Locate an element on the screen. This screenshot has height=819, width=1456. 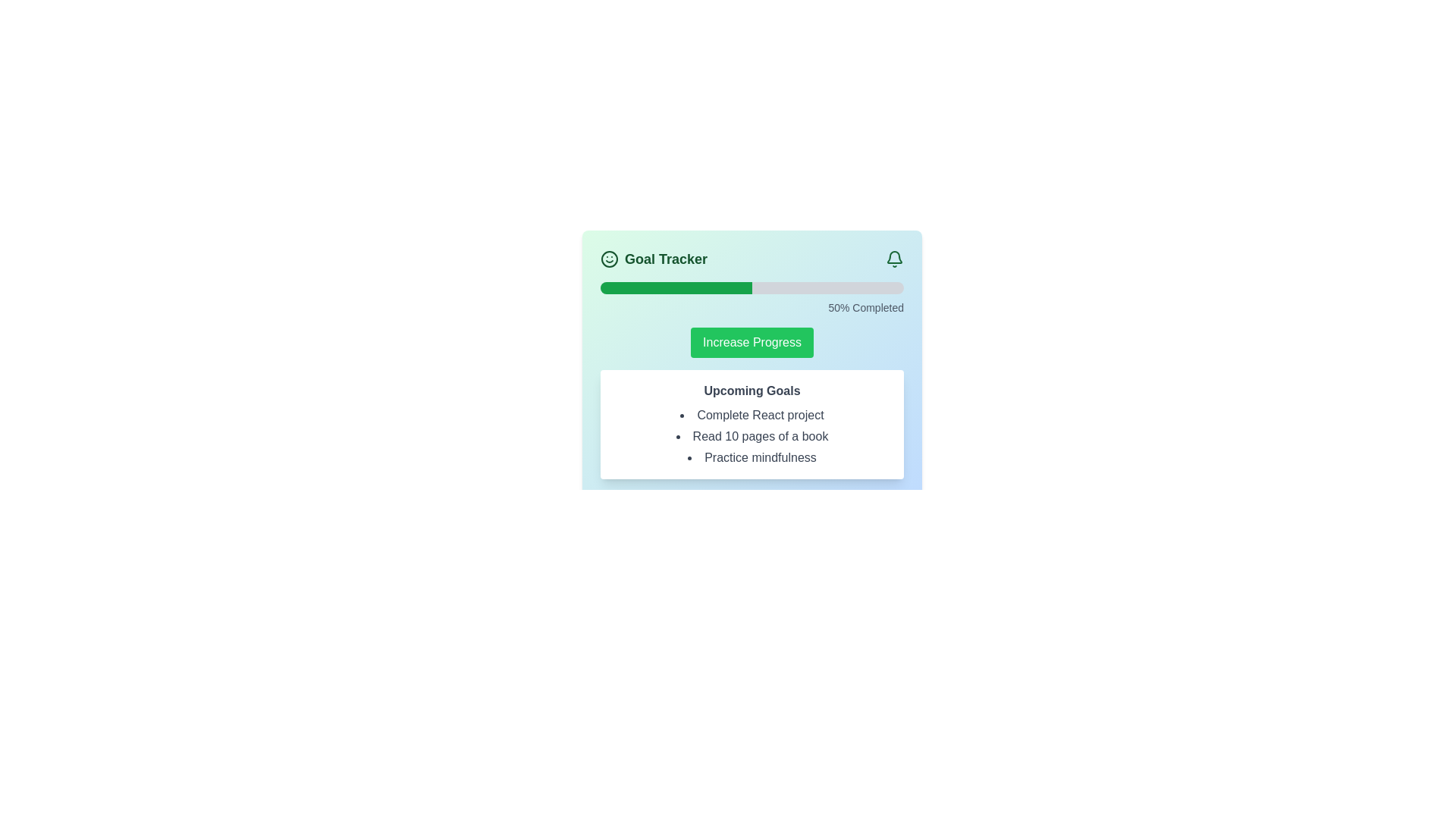
the information represented is located at coordinates (666, 259).